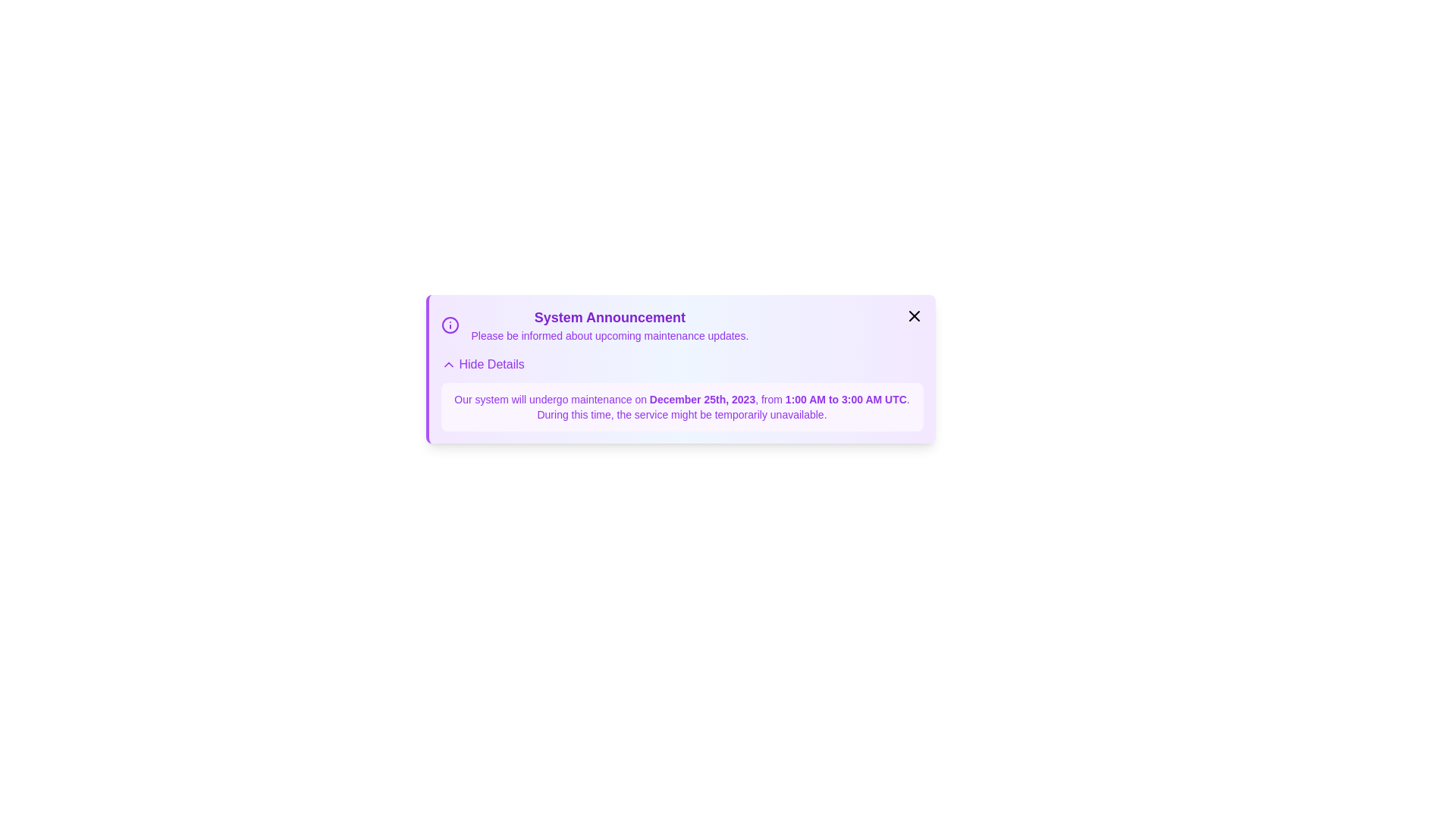  Describe the element at coordinates (681, 406) in the screenshot. I see `notification message displayed in the text block that informs users about upcoming maintenance and its potential impact` at that location.